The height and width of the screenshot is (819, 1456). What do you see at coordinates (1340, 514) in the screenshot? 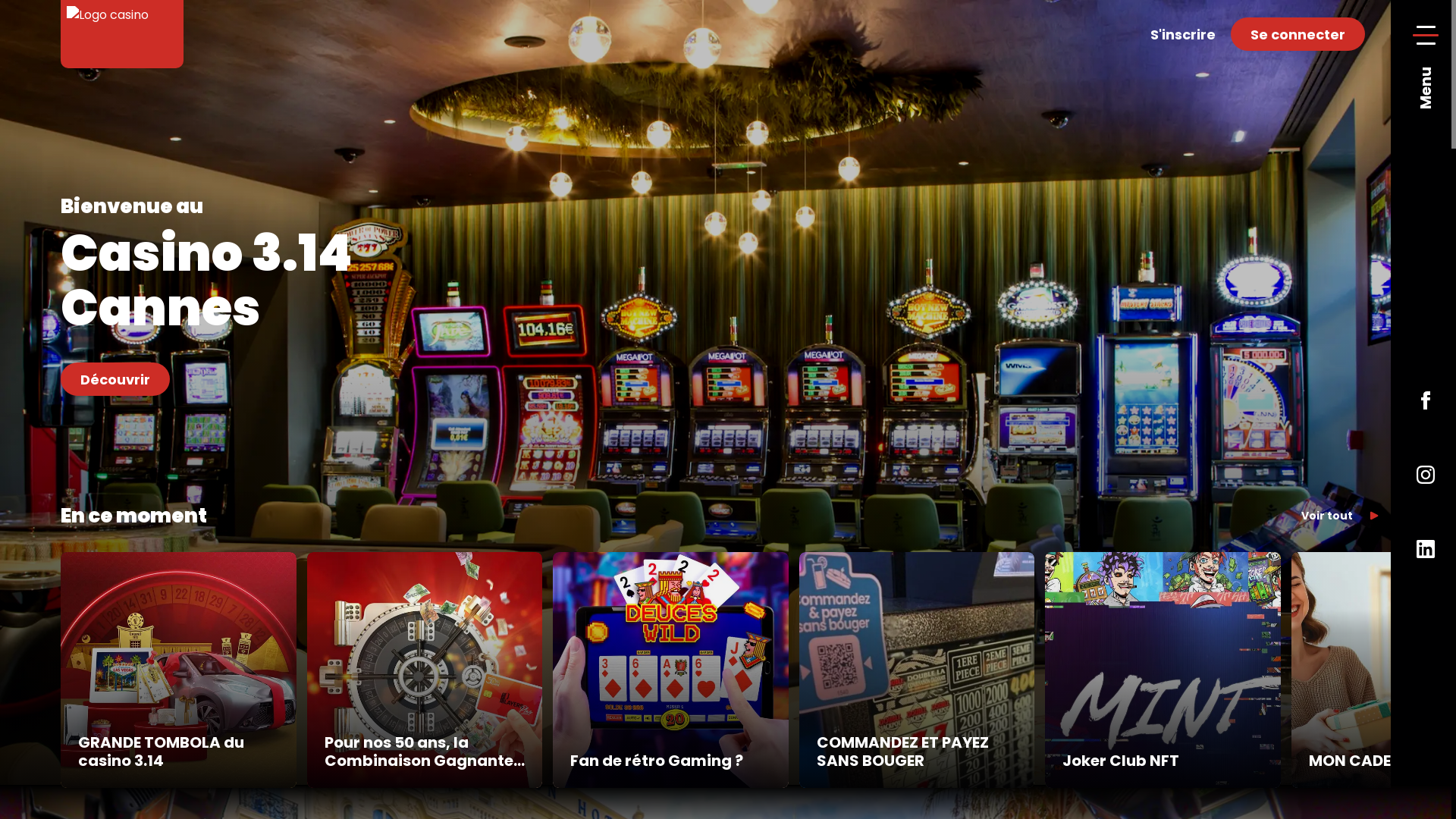
I see `'Voir tout'` at bounding box center [1340, 514].